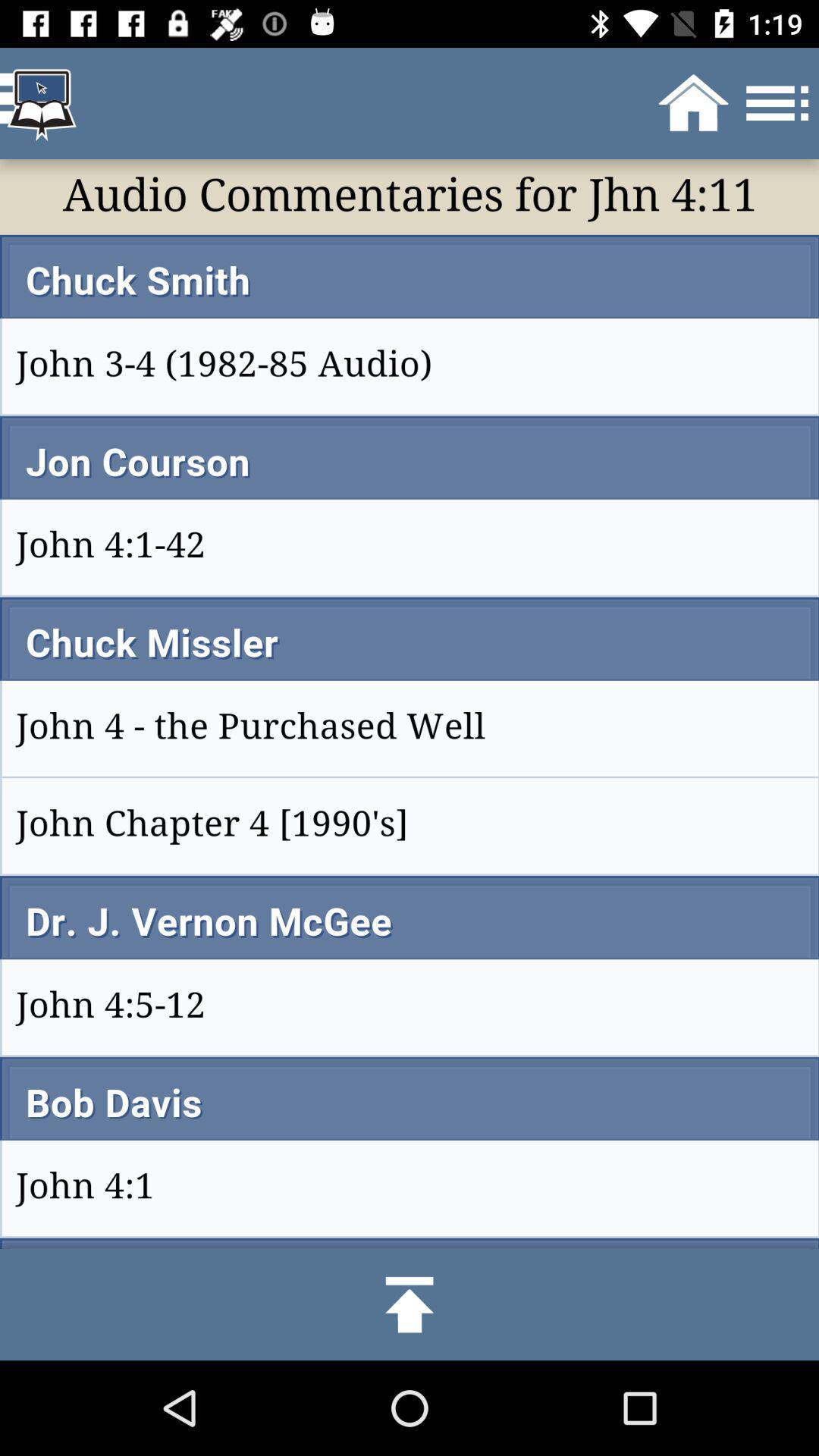 The width and height of the screenshot is (819, 1456). I want to click on the arrow_upward icon, so click(409, 1304).